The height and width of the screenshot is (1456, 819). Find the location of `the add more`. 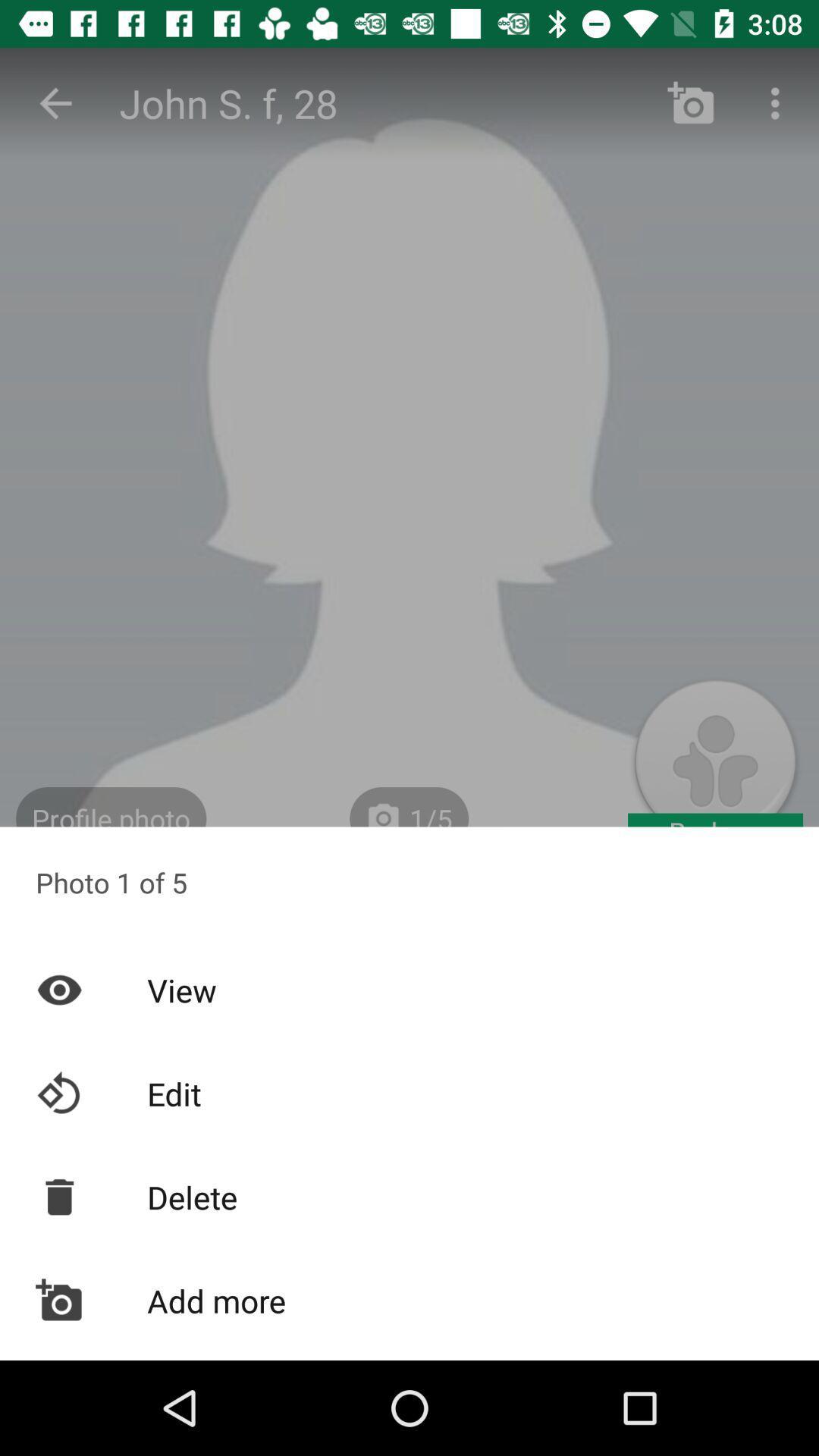

the add more is located at coordinates (409, 1300).